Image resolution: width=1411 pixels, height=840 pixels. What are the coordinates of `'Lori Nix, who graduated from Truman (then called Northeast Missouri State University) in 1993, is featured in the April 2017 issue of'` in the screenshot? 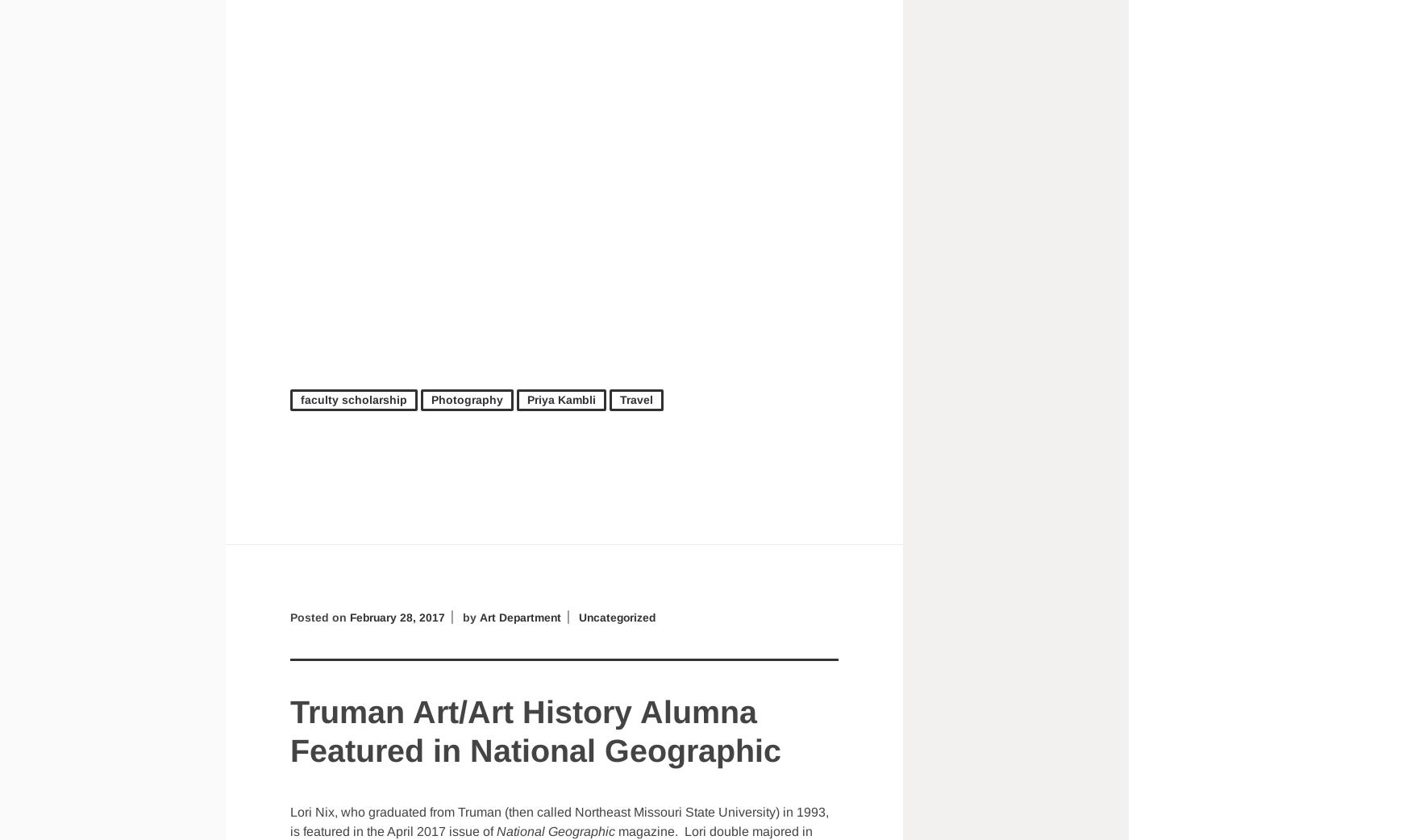 It's located at (560, 821).